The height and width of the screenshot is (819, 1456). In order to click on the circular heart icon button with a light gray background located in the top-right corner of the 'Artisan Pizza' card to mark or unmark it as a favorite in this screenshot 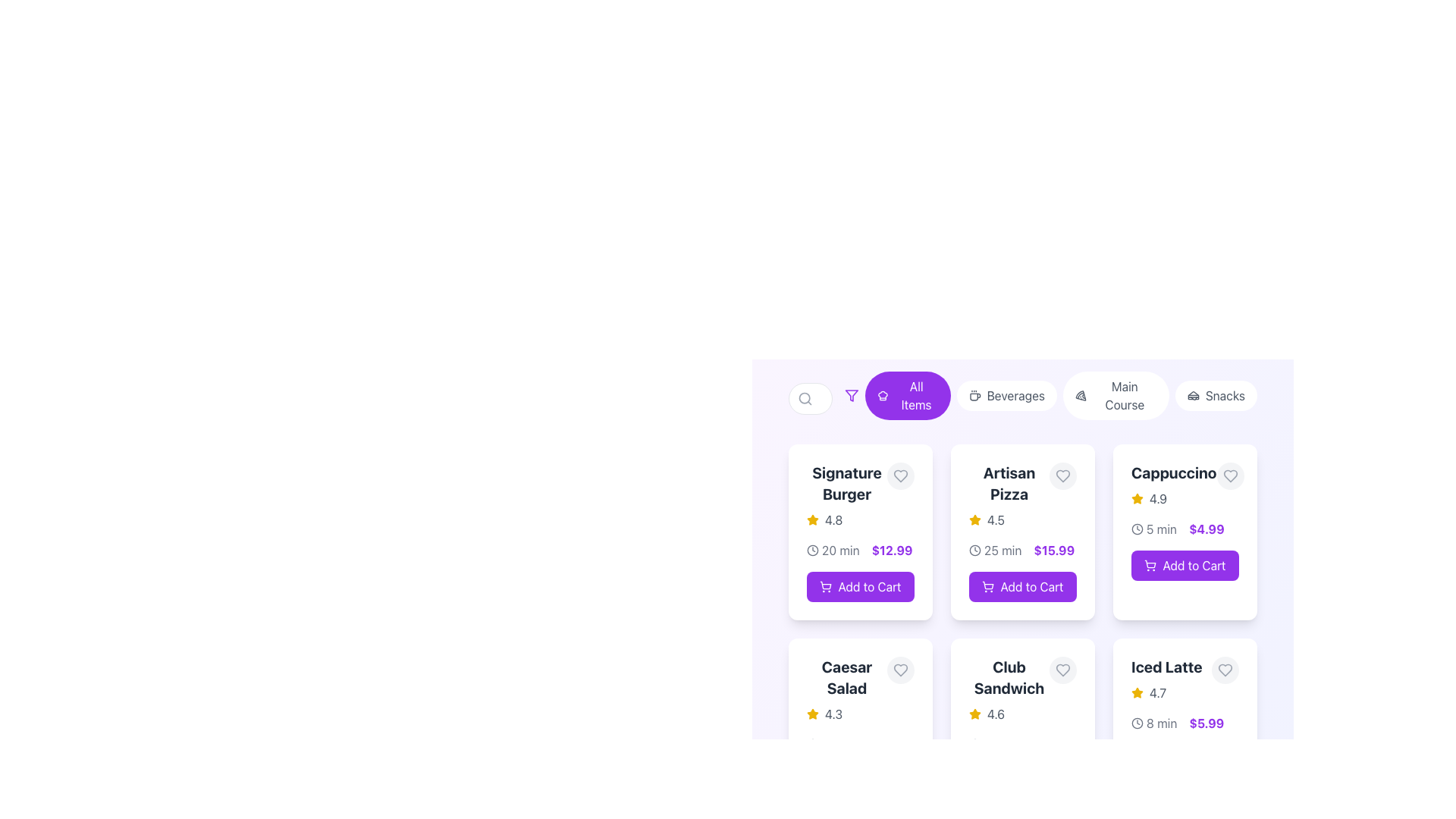, I will do `click(1062, 475)`.